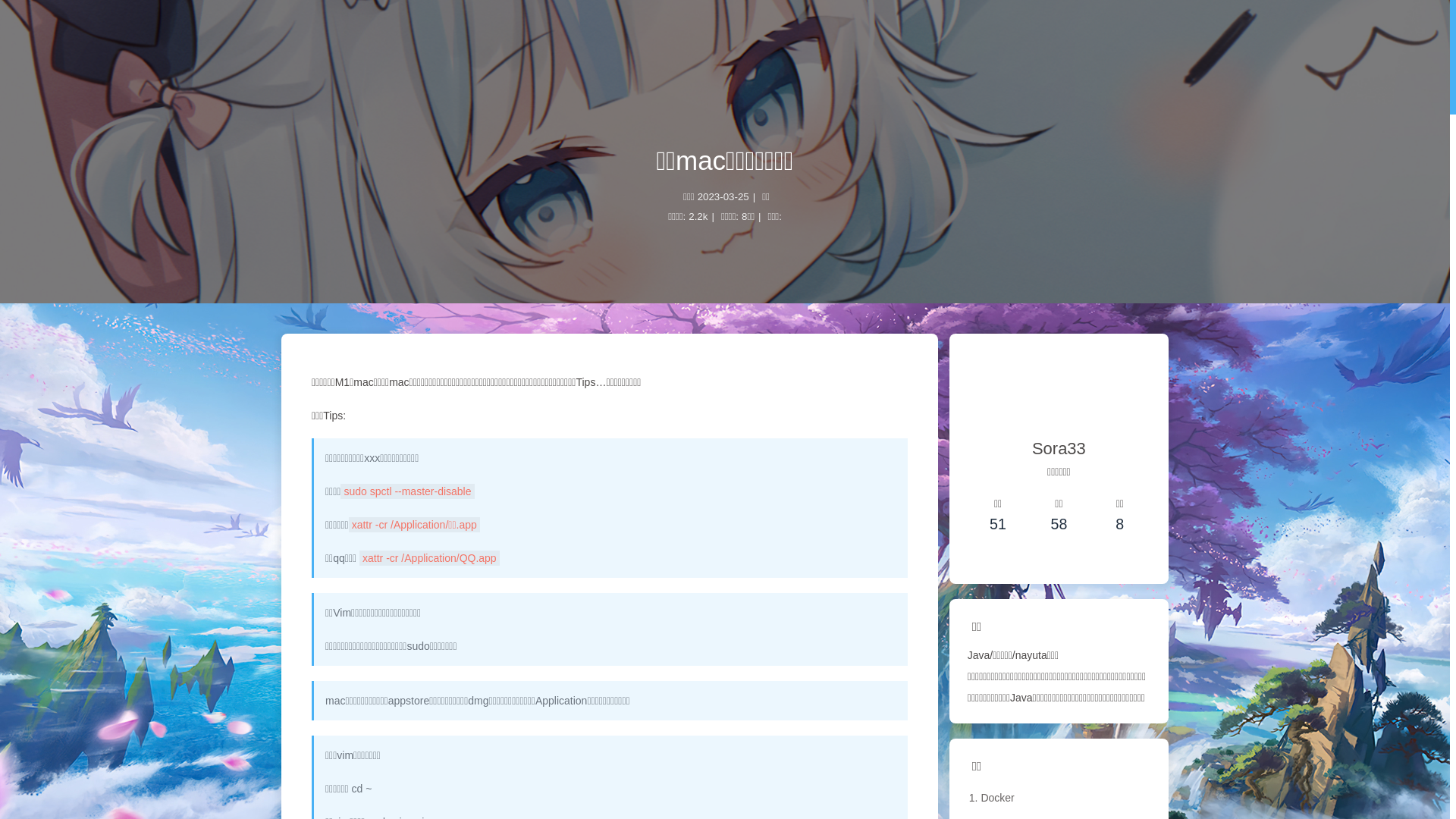  What do you see at coordinates (1058, 797) in the screenshot?
I see `'1. Docker'` at bounding box center [1058, 797].